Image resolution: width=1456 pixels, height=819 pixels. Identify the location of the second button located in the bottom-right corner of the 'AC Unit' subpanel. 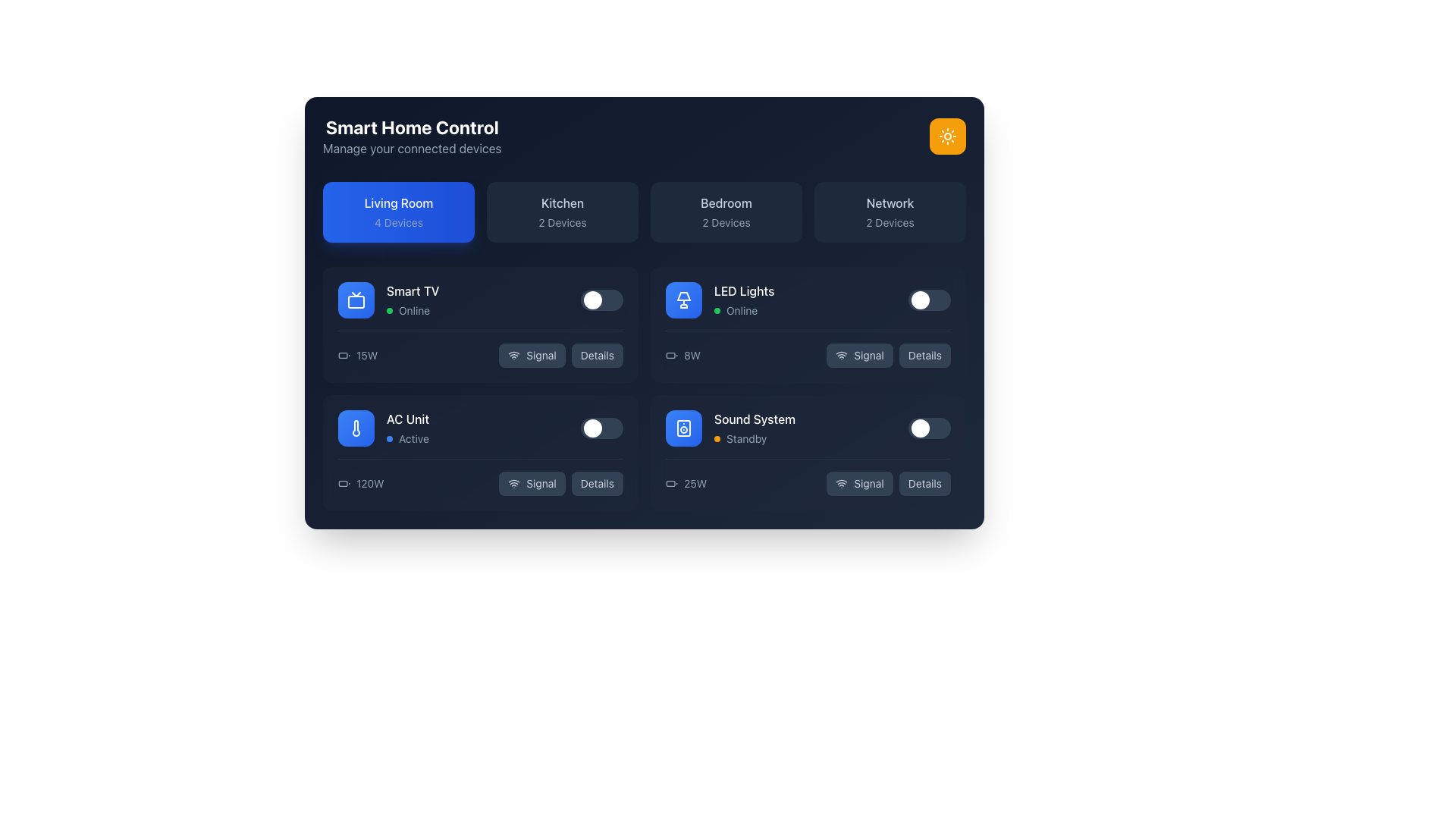
(596, 483).